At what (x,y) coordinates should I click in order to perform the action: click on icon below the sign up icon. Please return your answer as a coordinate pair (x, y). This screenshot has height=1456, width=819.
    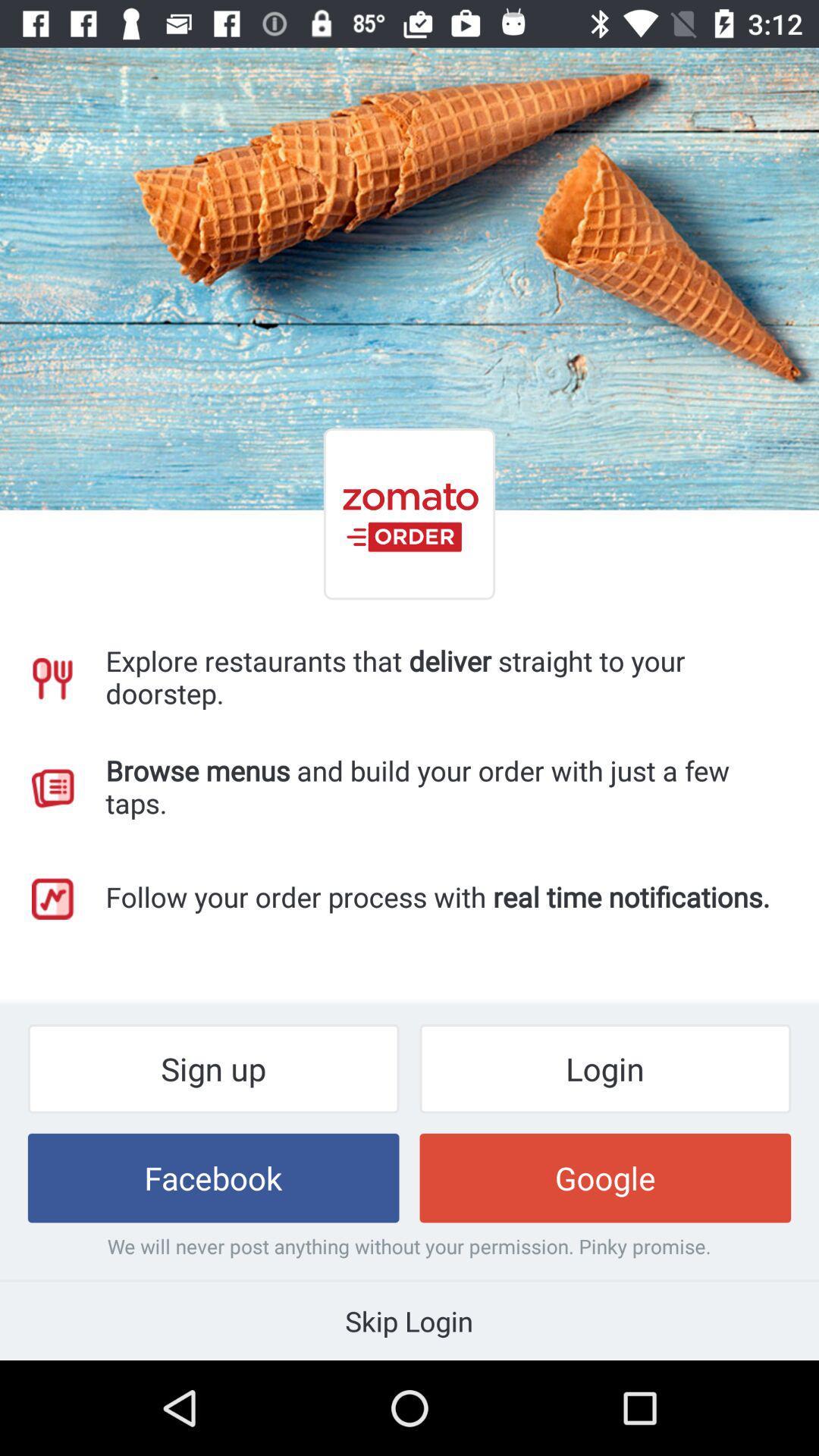
    Looking at the image, I should click on (213, 1177).